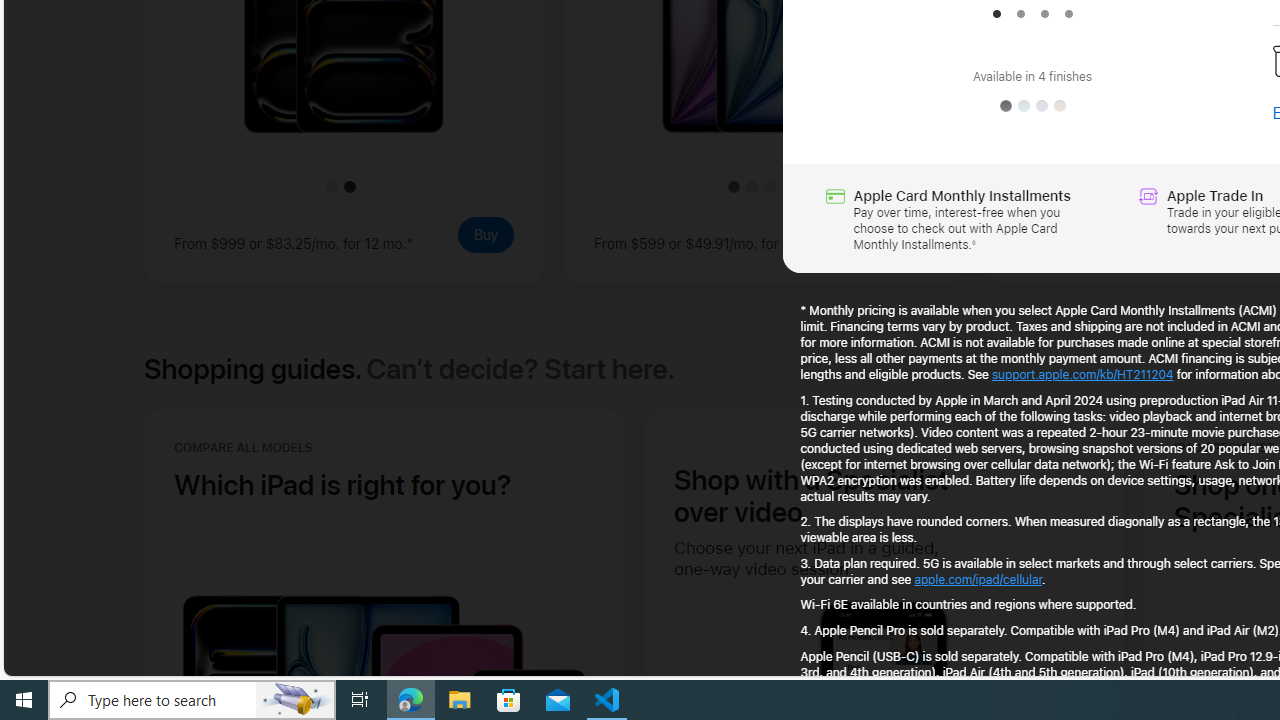  What do you see at coordinates (978, 579) in the screenshot?
I see `'apple.com/ipad/cellular'` at bounding box center [978, 579].